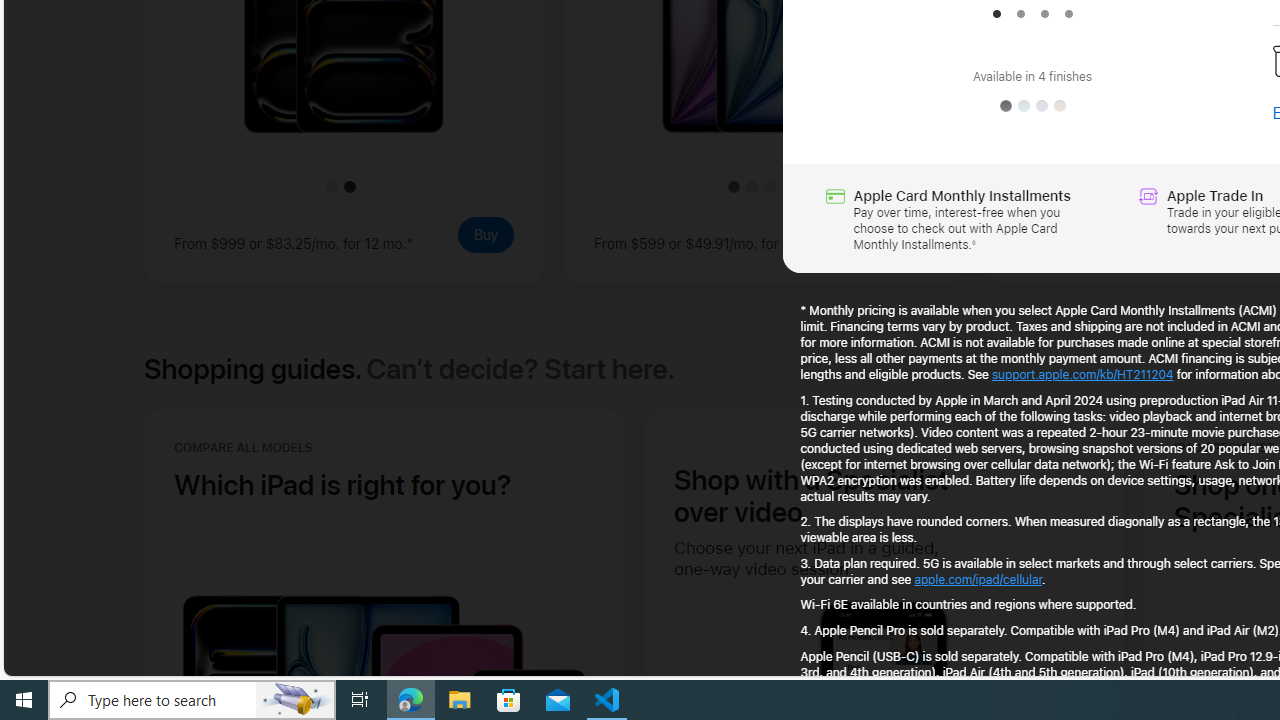  What do you see at coordinates (978, 579) in the screenshot?
I see `'apple.com/ipad/cellular'` at bounding box center [978, 579].